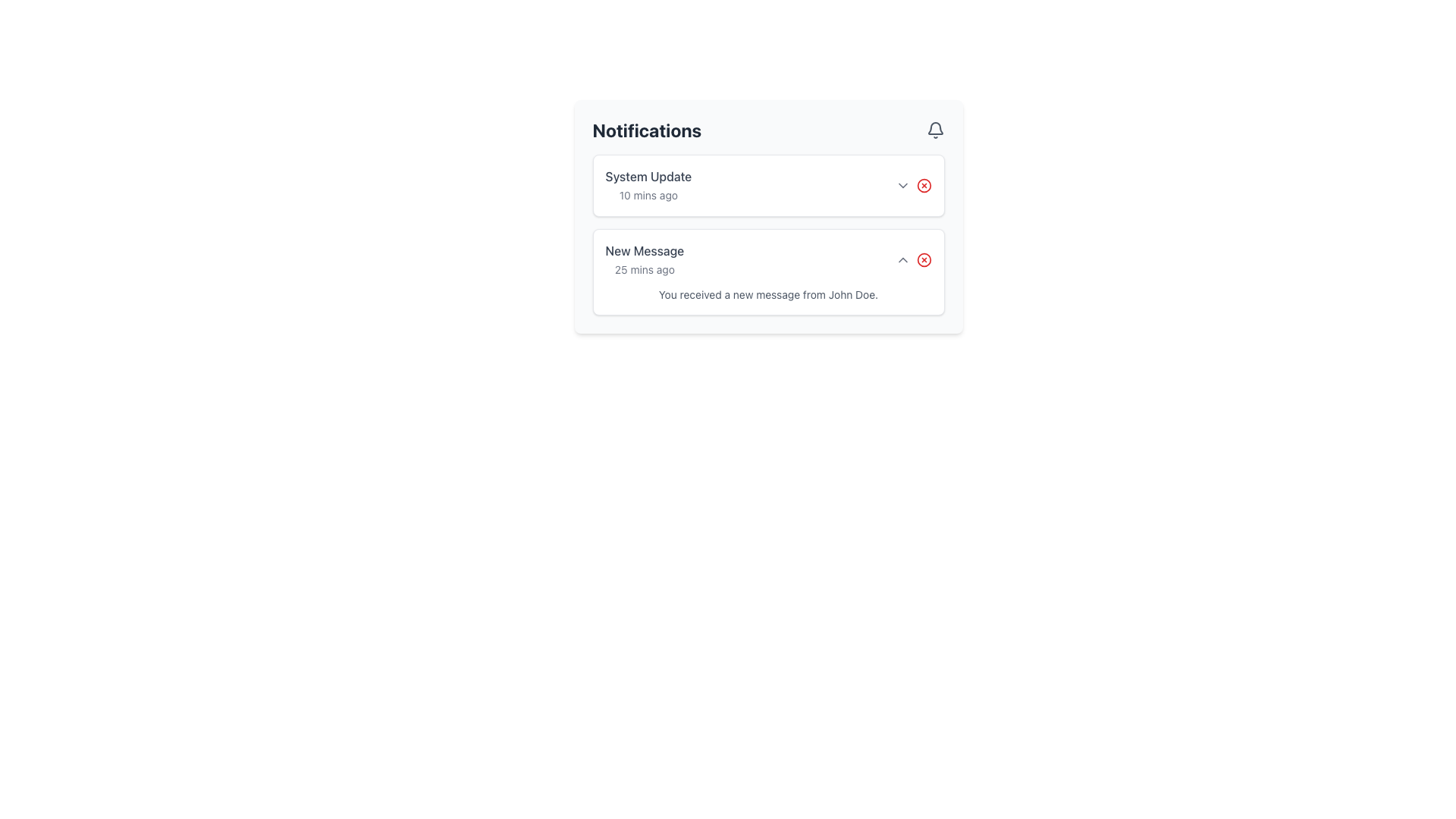 Image resolution: width=1456 pixels, height=819 pixels. Describe the element at coordinates (768, 185) in the screenshot. I see `the first notification in the notifications panel` at that location.